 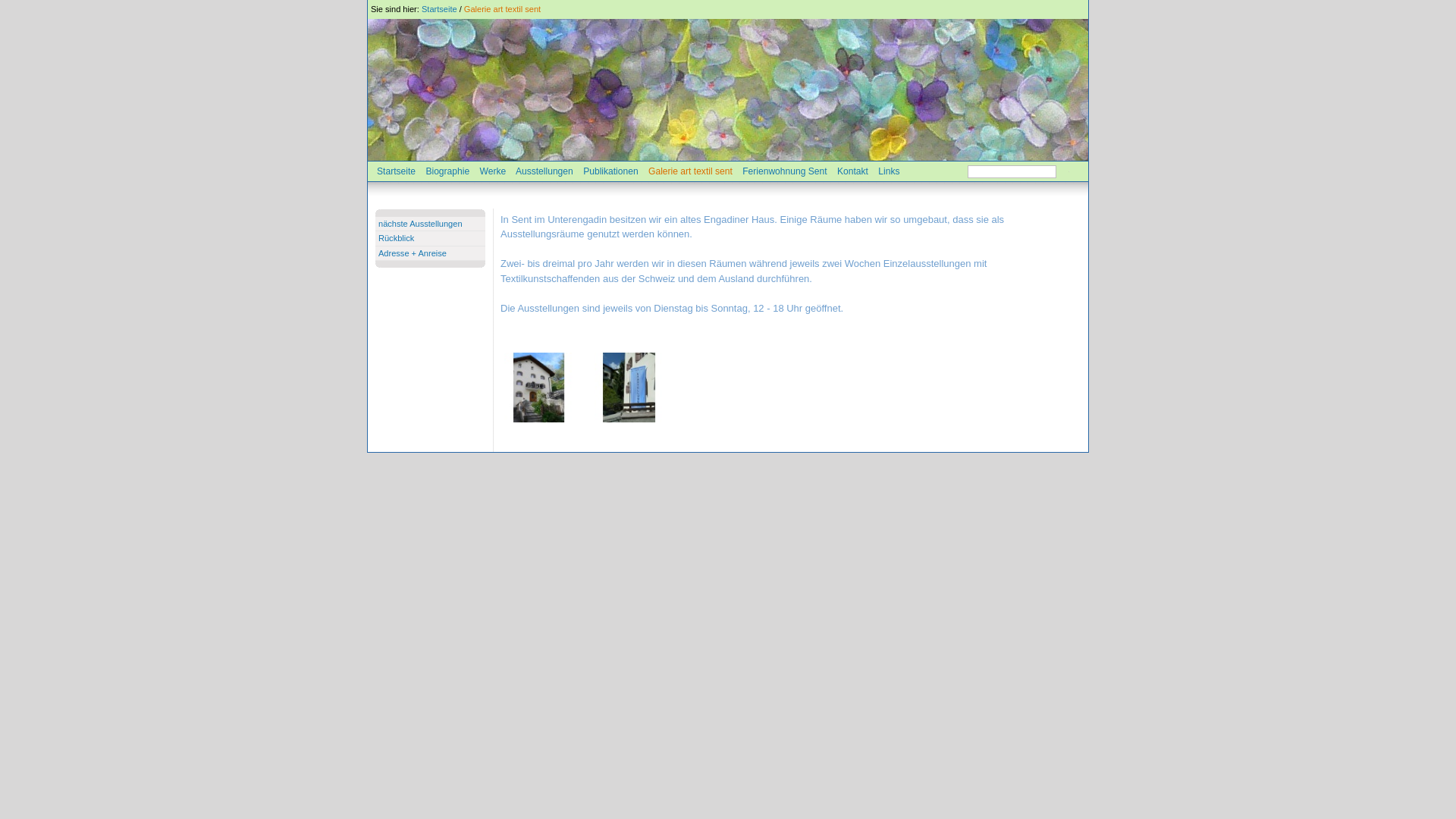 I want to click on 'Biographie', so click(x=447, y=171).